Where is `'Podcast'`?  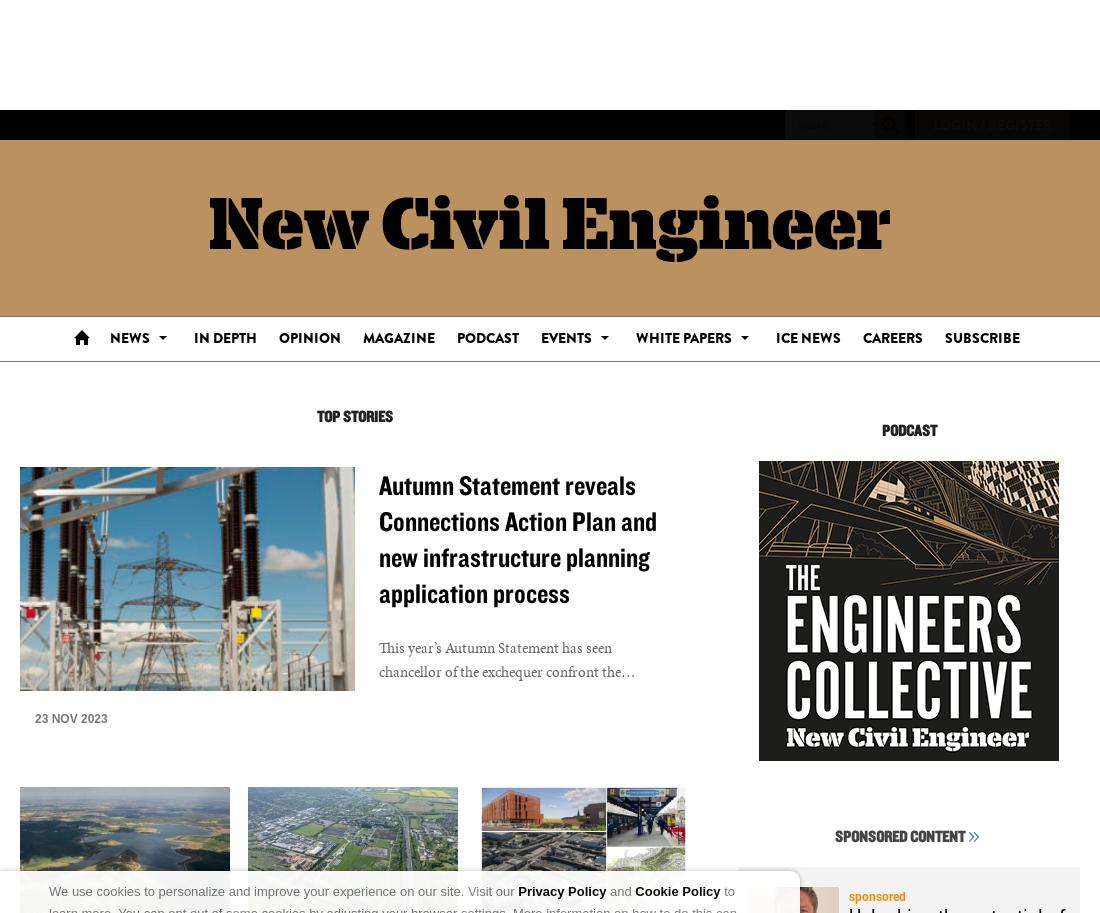 'Podcast' is located at coordinates (487, 337).